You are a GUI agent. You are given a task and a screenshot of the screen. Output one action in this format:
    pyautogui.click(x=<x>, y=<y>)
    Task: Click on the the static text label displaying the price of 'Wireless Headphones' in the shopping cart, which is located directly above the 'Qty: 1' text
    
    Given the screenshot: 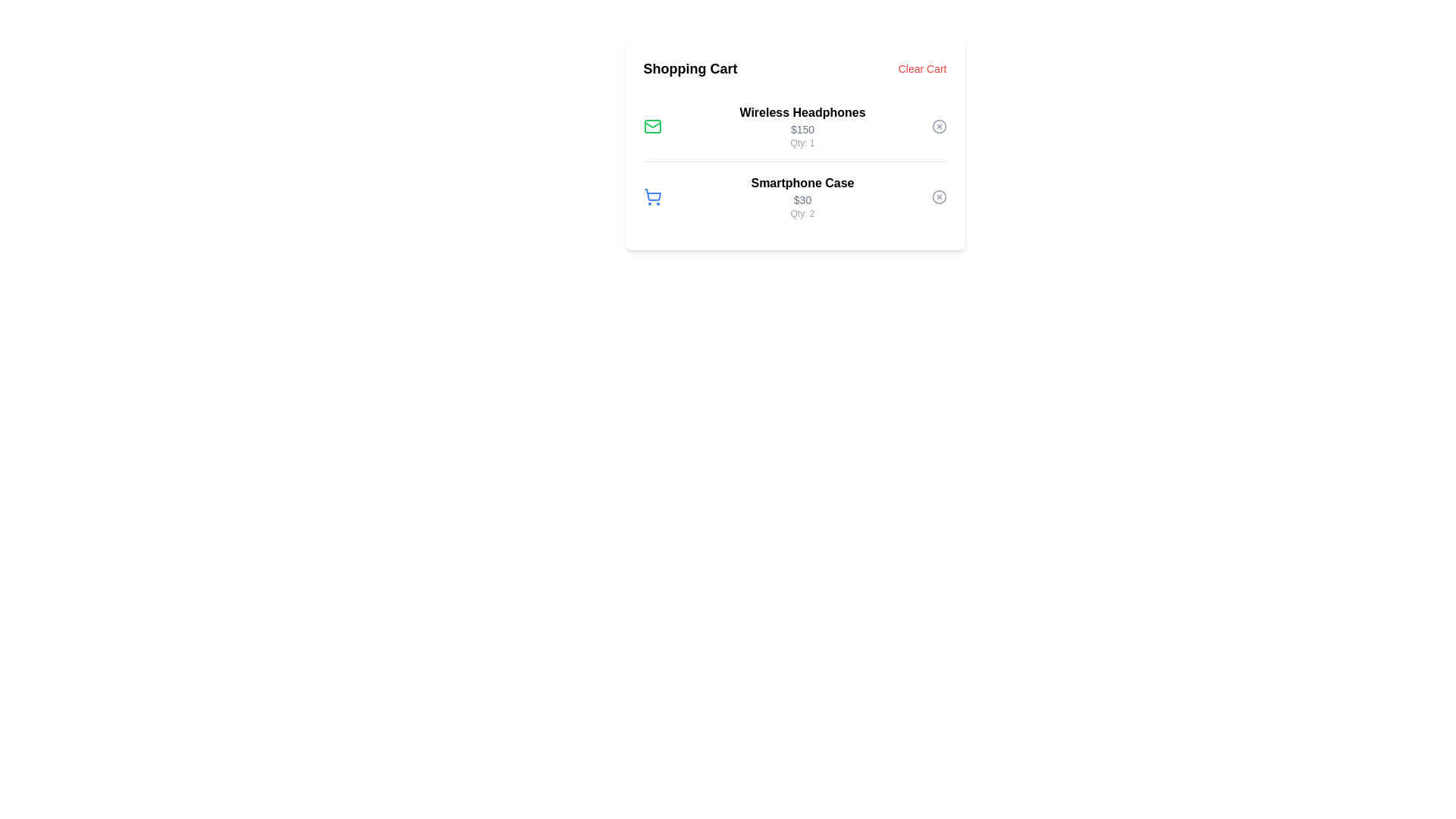 What is the action you would take?
    pyautogui.click(x=802, y=128)
    